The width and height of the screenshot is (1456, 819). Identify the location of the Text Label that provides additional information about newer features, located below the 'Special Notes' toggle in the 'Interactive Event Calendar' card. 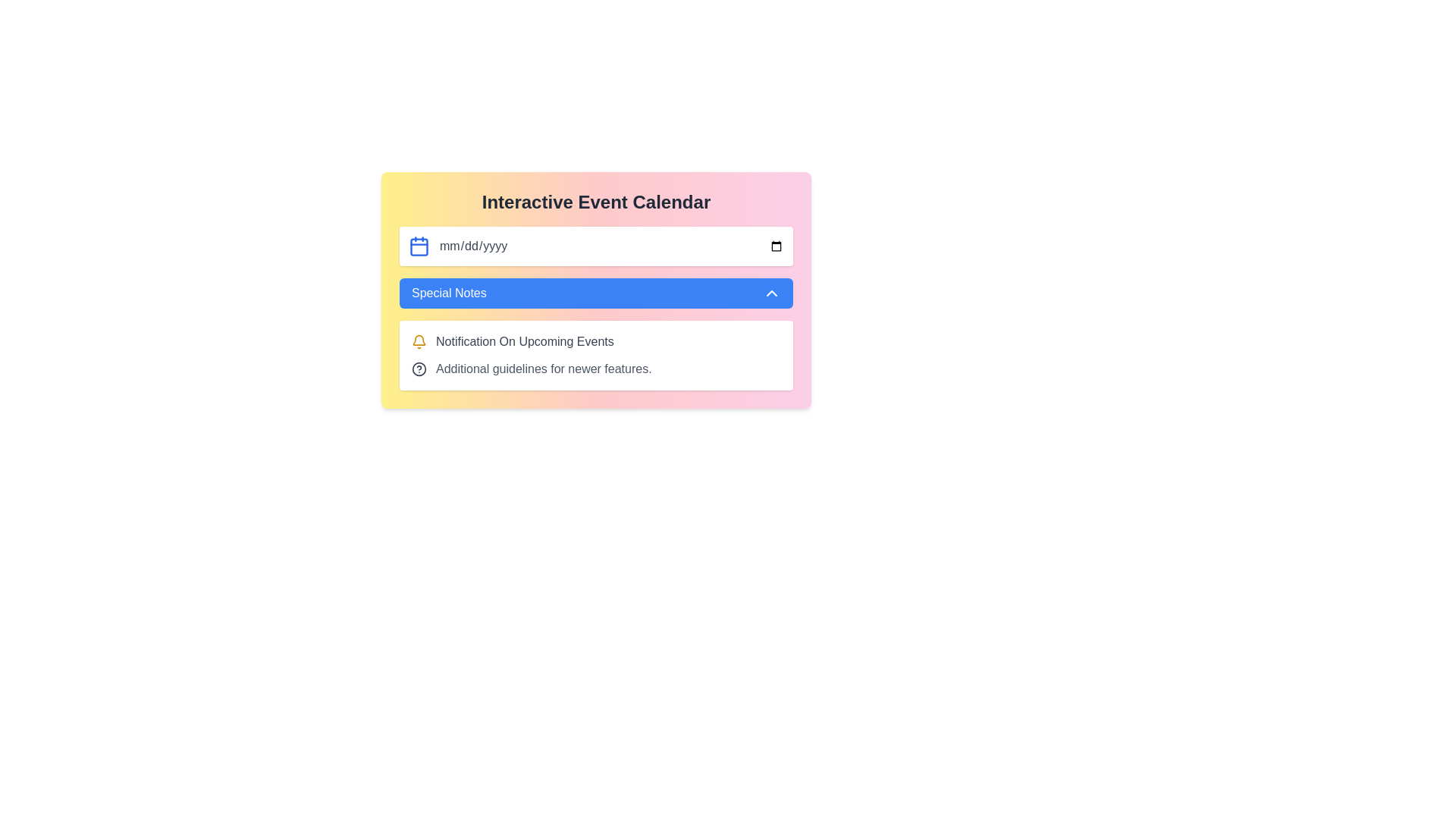
(544, 369).